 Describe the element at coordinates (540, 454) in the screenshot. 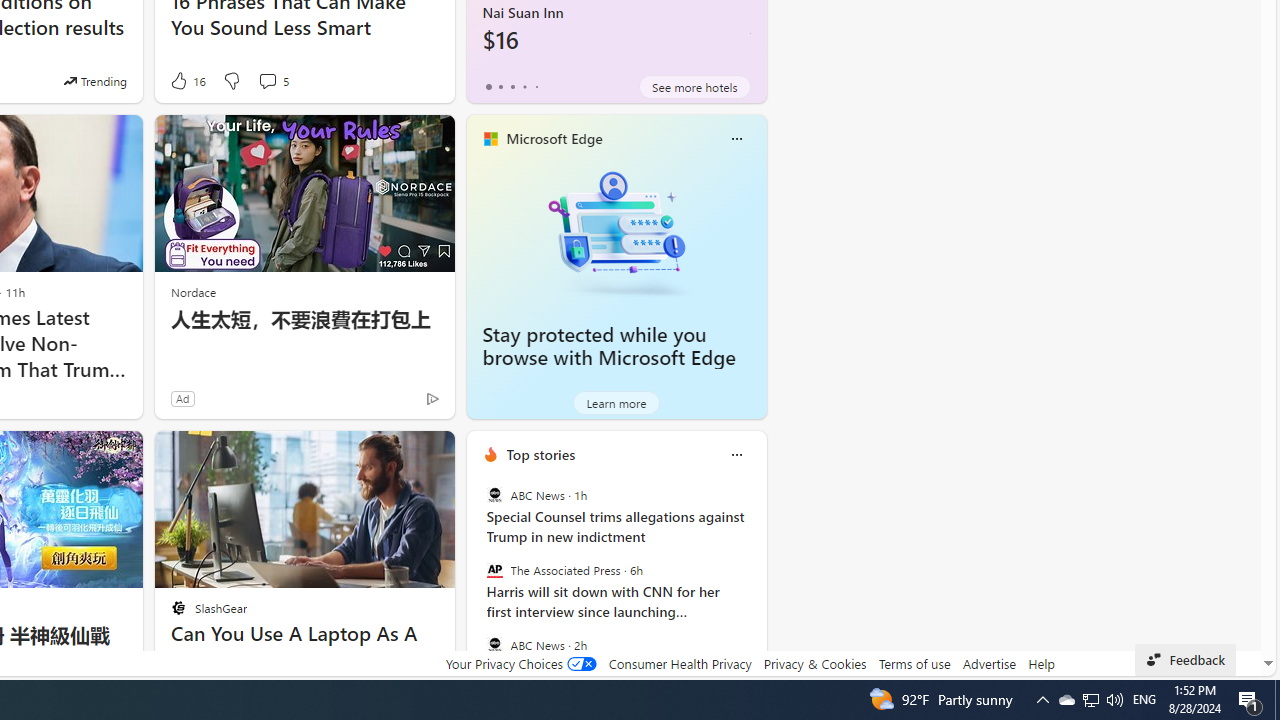

I see `'Top stories'` at that location.